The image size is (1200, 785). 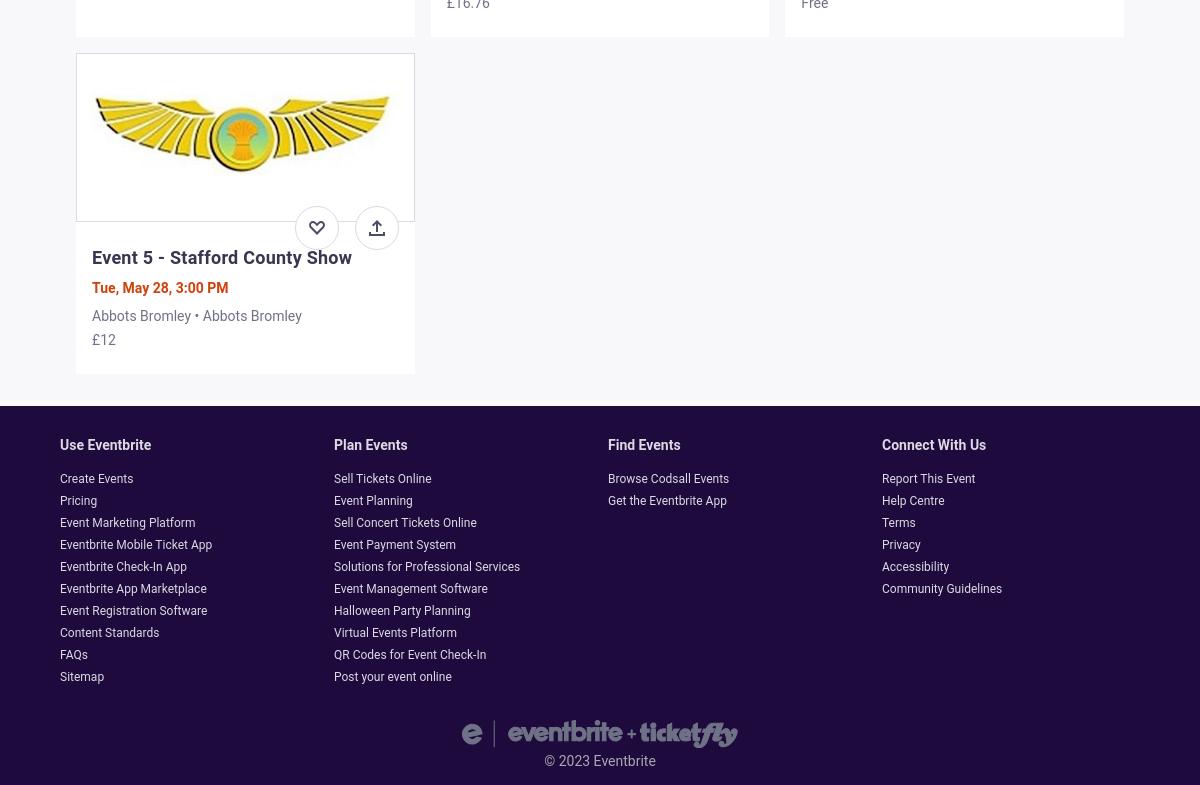 What do you see at coordinates (195, 314) in the screenshot?
I see `'Abbots Bromley • Abbots Bromley'` at bounding box center [195, 314].